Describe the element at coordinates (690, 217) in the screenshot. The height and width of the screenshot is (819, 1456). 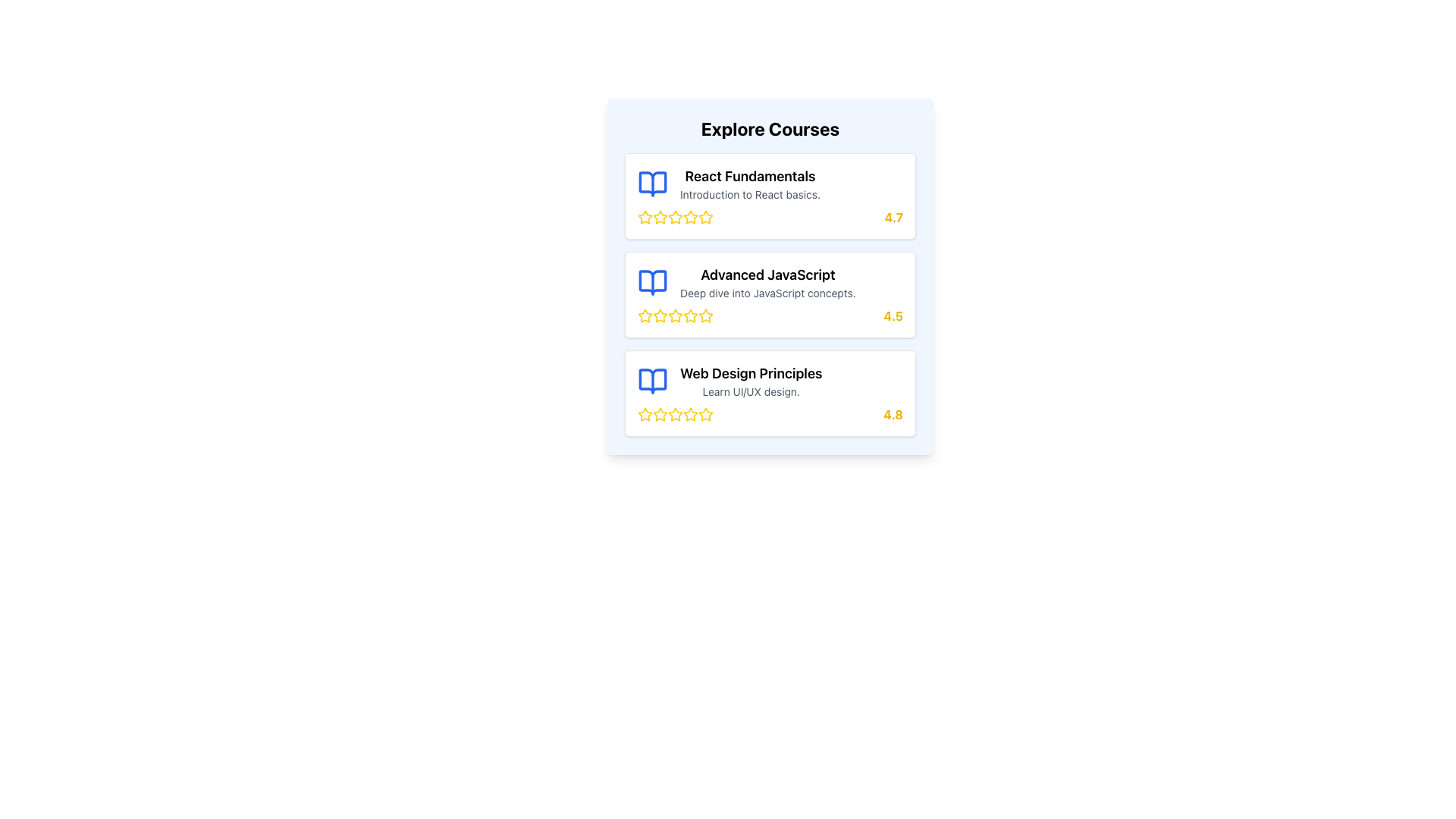
I see `the fifth star-shaped icon with a yellow fill and black outline, associated with the rating system for the 'React Fundamentals' course` at that location.